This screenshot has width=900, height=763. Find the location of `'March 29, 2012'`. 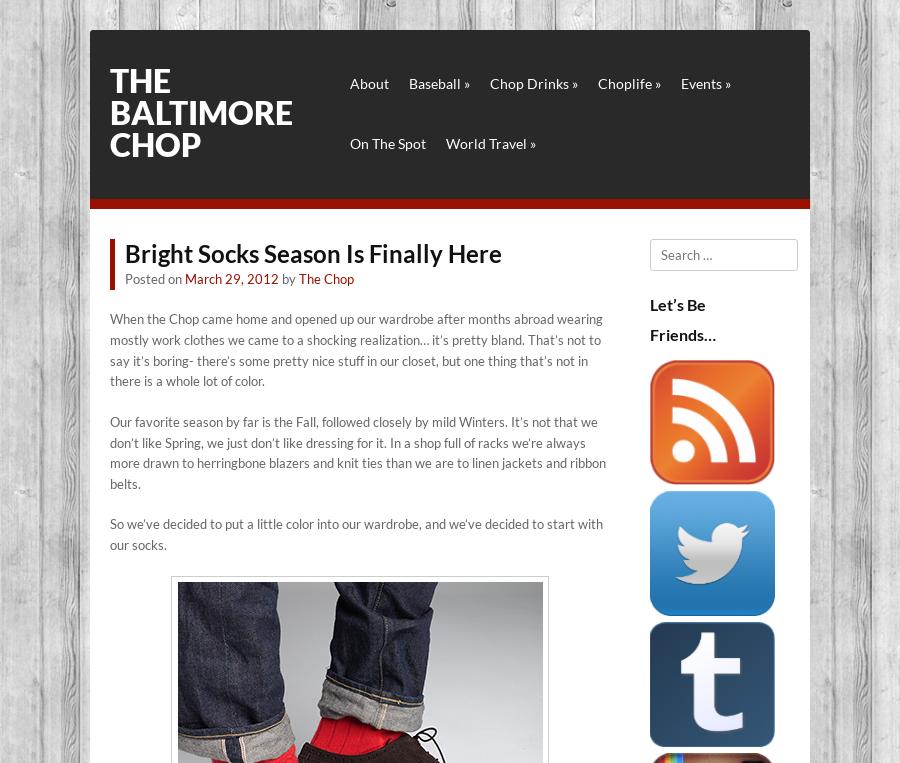

'March 29, 2012' is located at coordinates (231, 278).